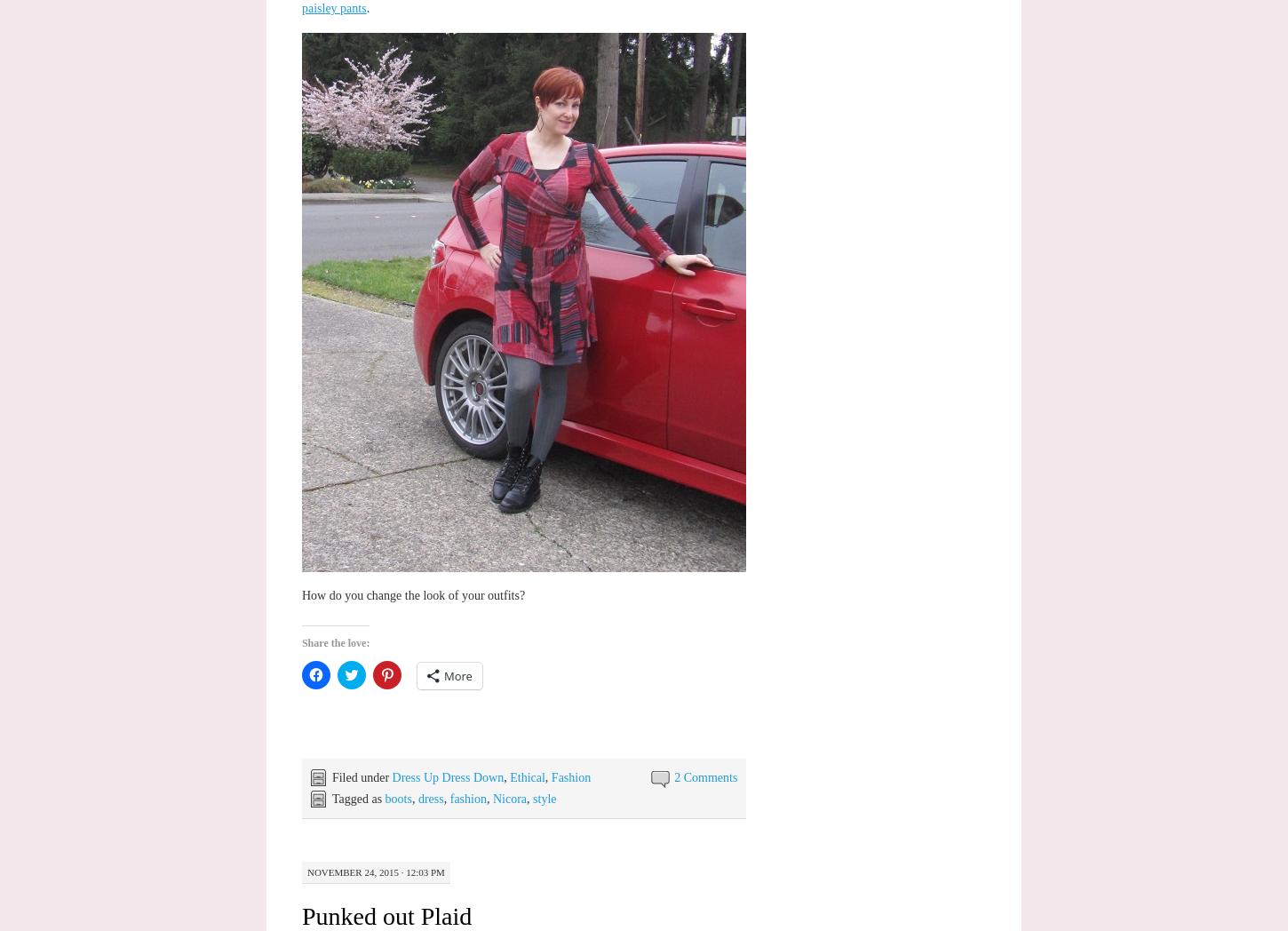  Describe the element at coordinates (448, 776) in the screenshot. I see `'Dress Up Dress Down'` at that location.